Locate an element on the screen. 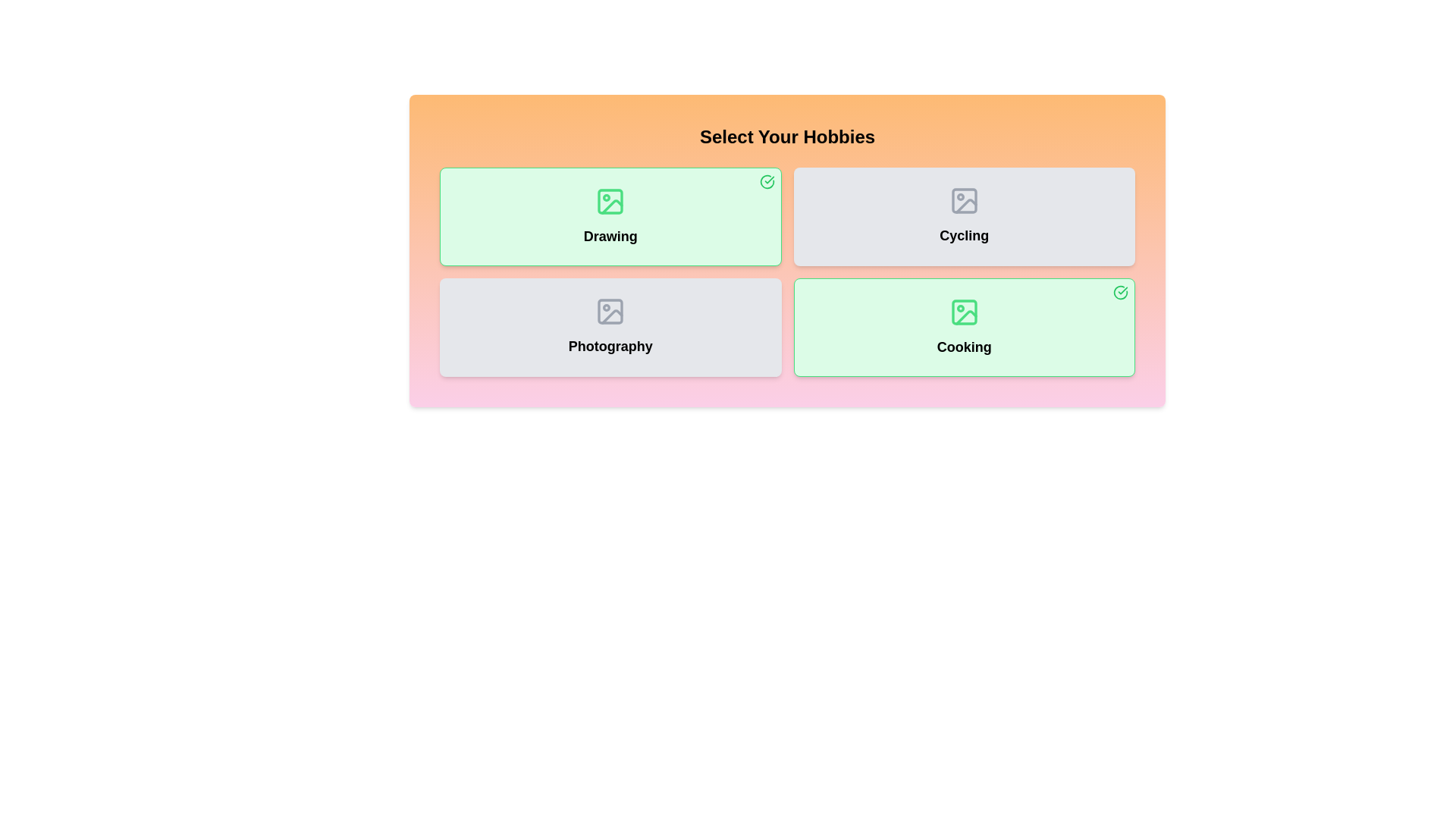 Image resolution: width=1456 pixels, height=819 pixels. the hobby Cycling by clicking on its card is located at coordinates (963, 216).